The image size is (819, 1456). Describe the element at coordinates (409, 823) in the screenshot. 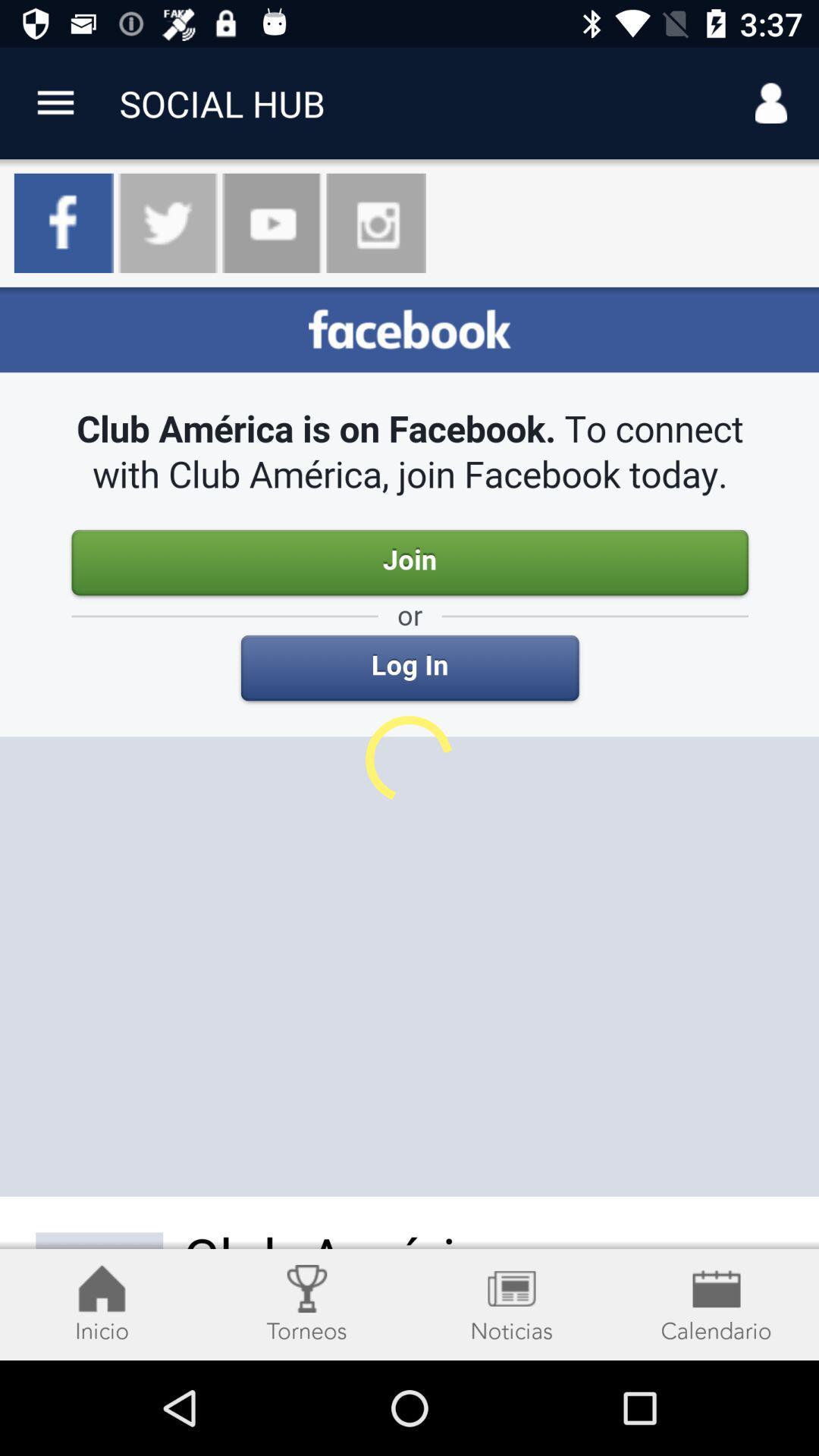

I see `facebook login pages` at that location.